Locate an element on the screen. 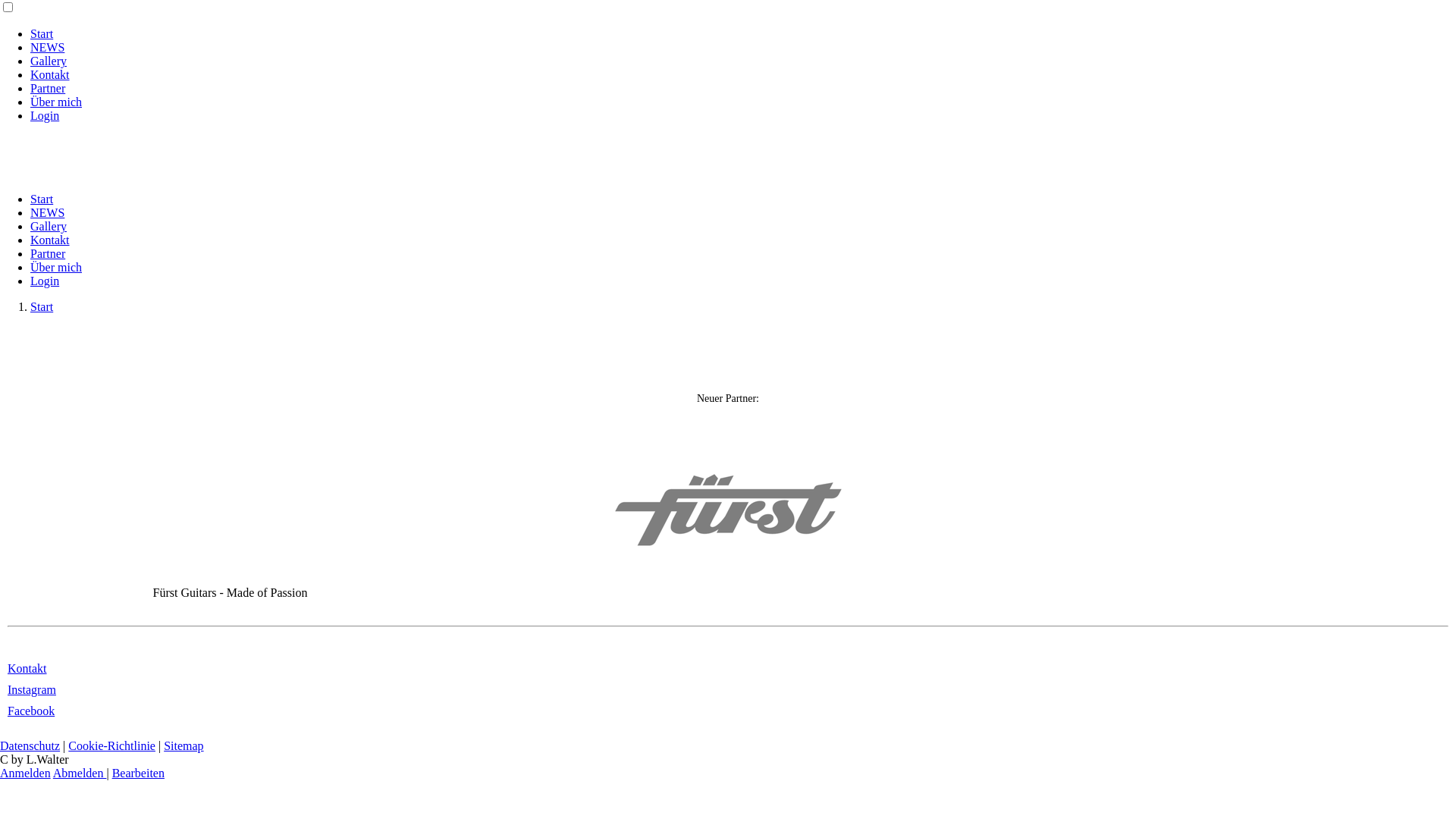 This screenshot has width=1456, height=819. 'Anmelden' is located at coordinates (25, 773).